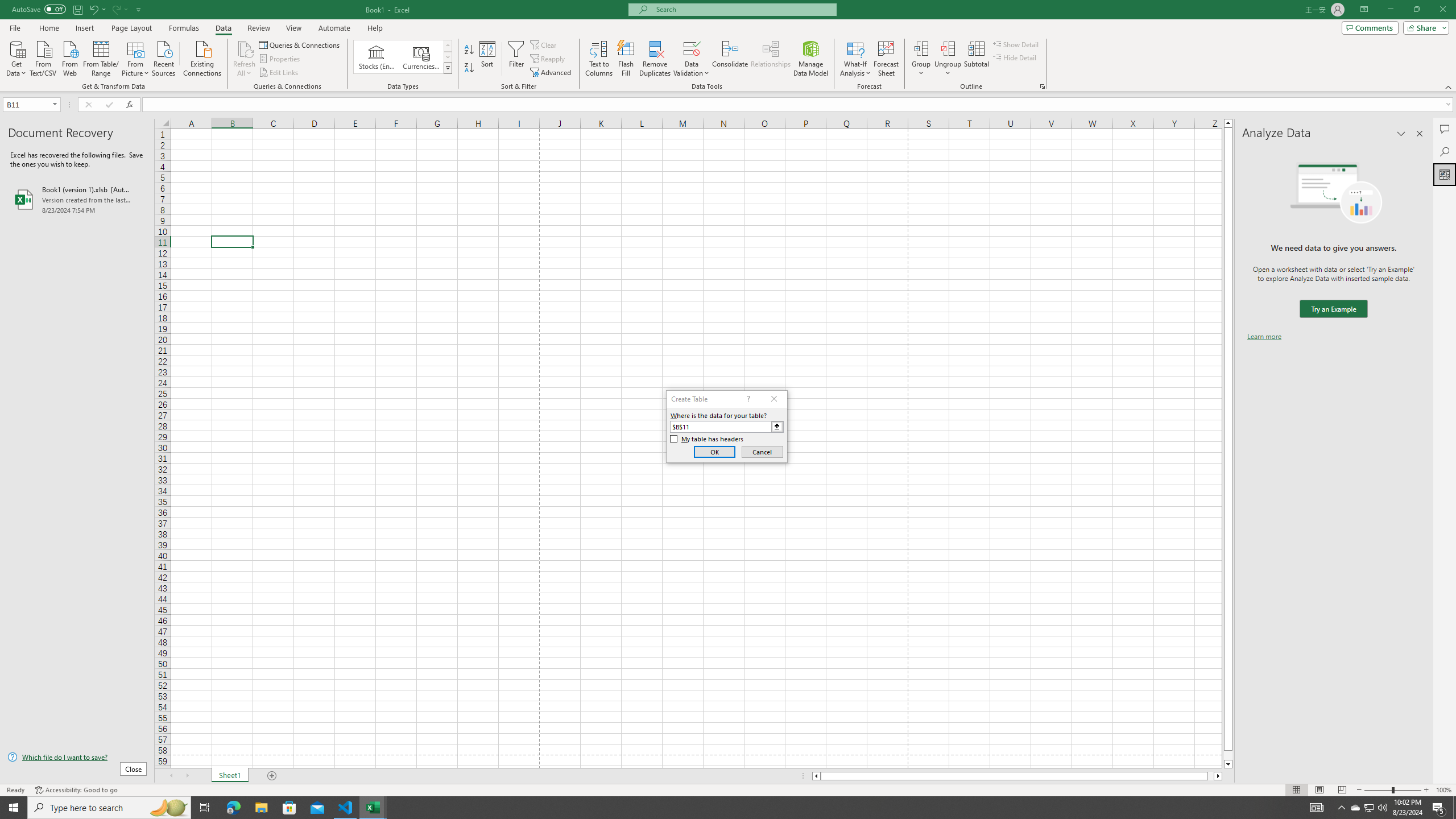  Describe the element at coordinates (279, 72) in the screenshot. I see `'Edit Links'` at that location.